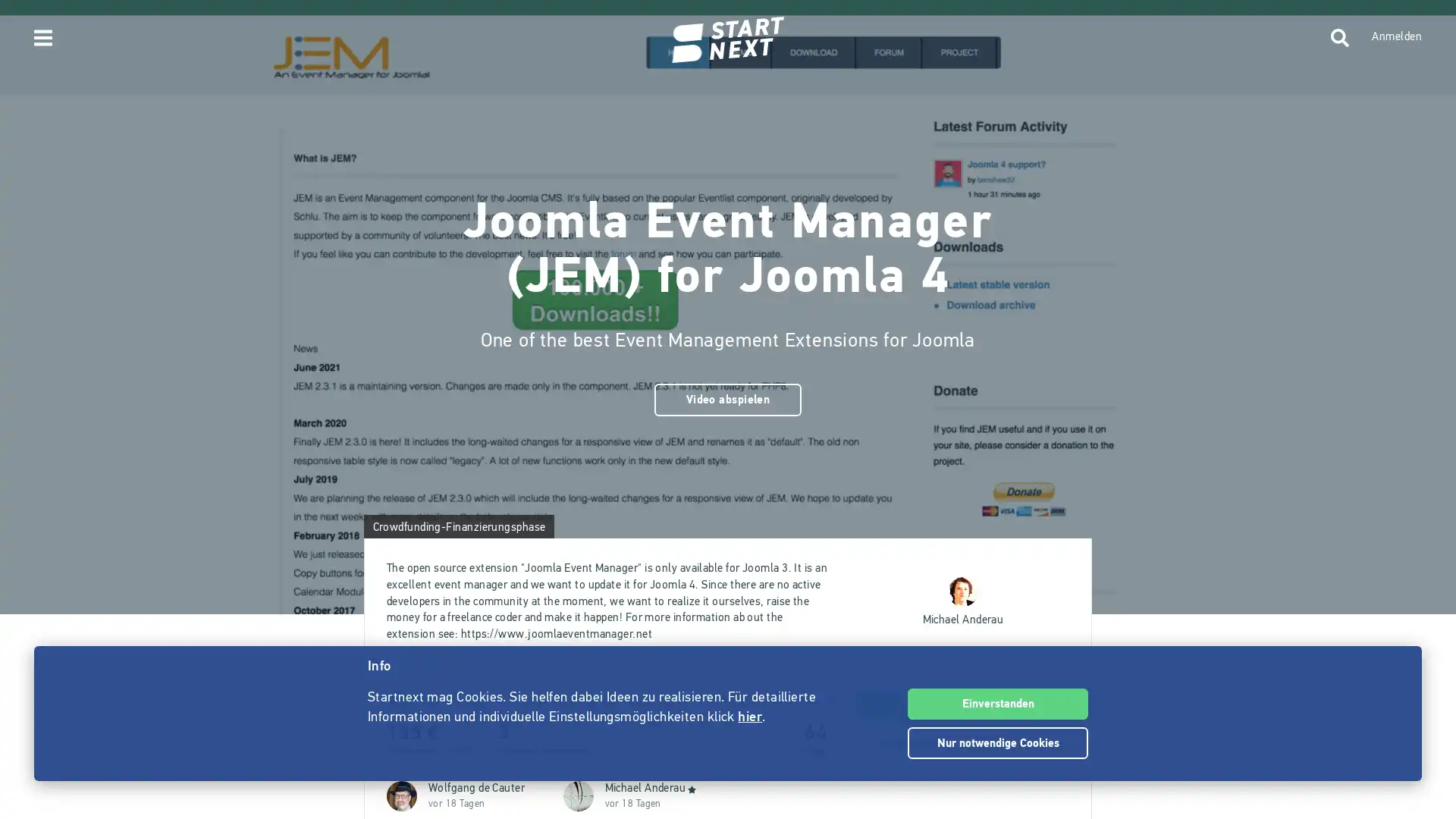 The image size is (1456, 819). Describe the element at coordinates (997, 703) in the screenshot. I see `Einverstanden` at that location.